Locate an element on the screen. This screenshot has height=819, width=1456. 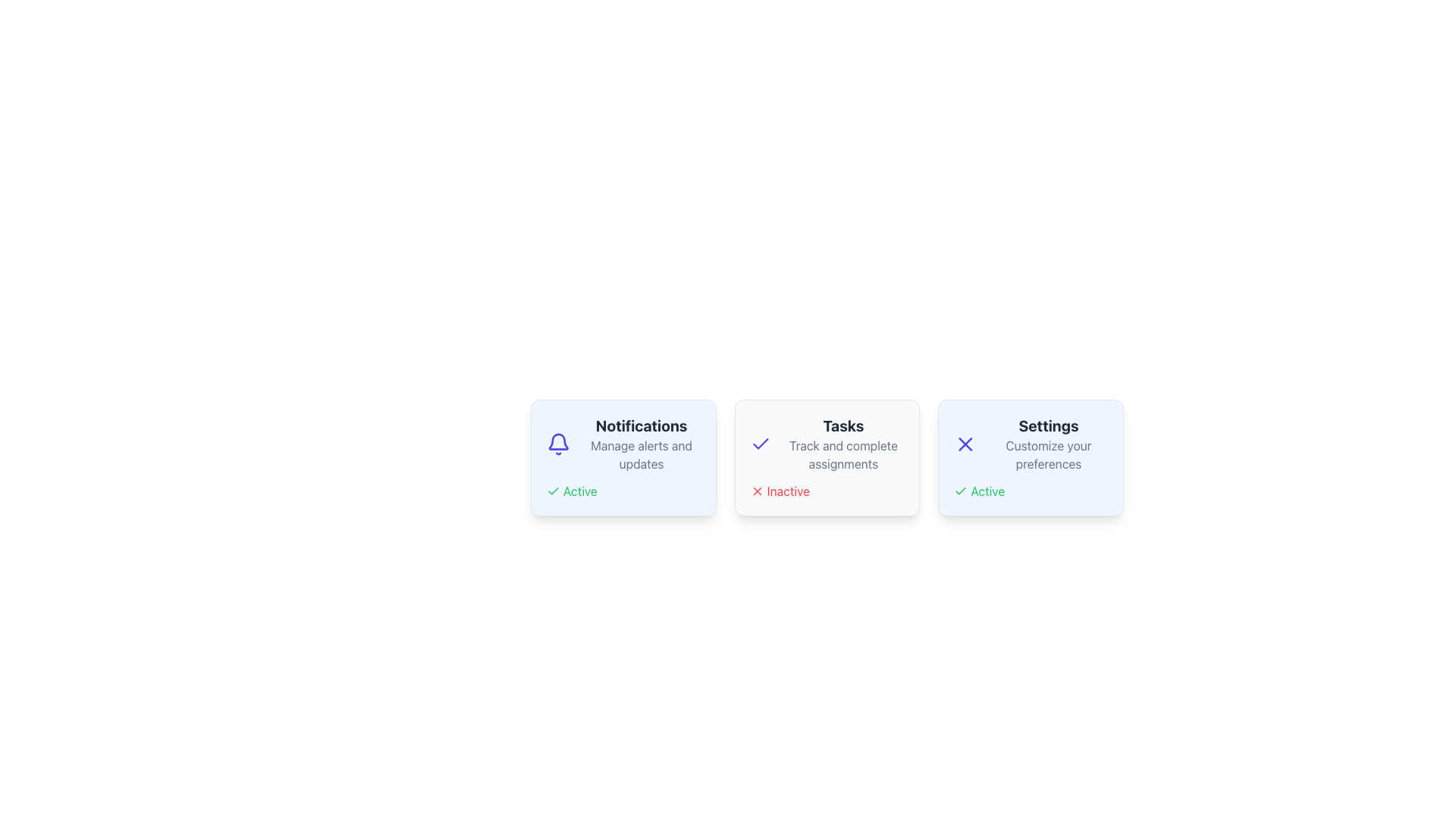
the bell-shaped notification icon located in the top-left corner of the 'Notifications' card is located at coordinates (557, 441).